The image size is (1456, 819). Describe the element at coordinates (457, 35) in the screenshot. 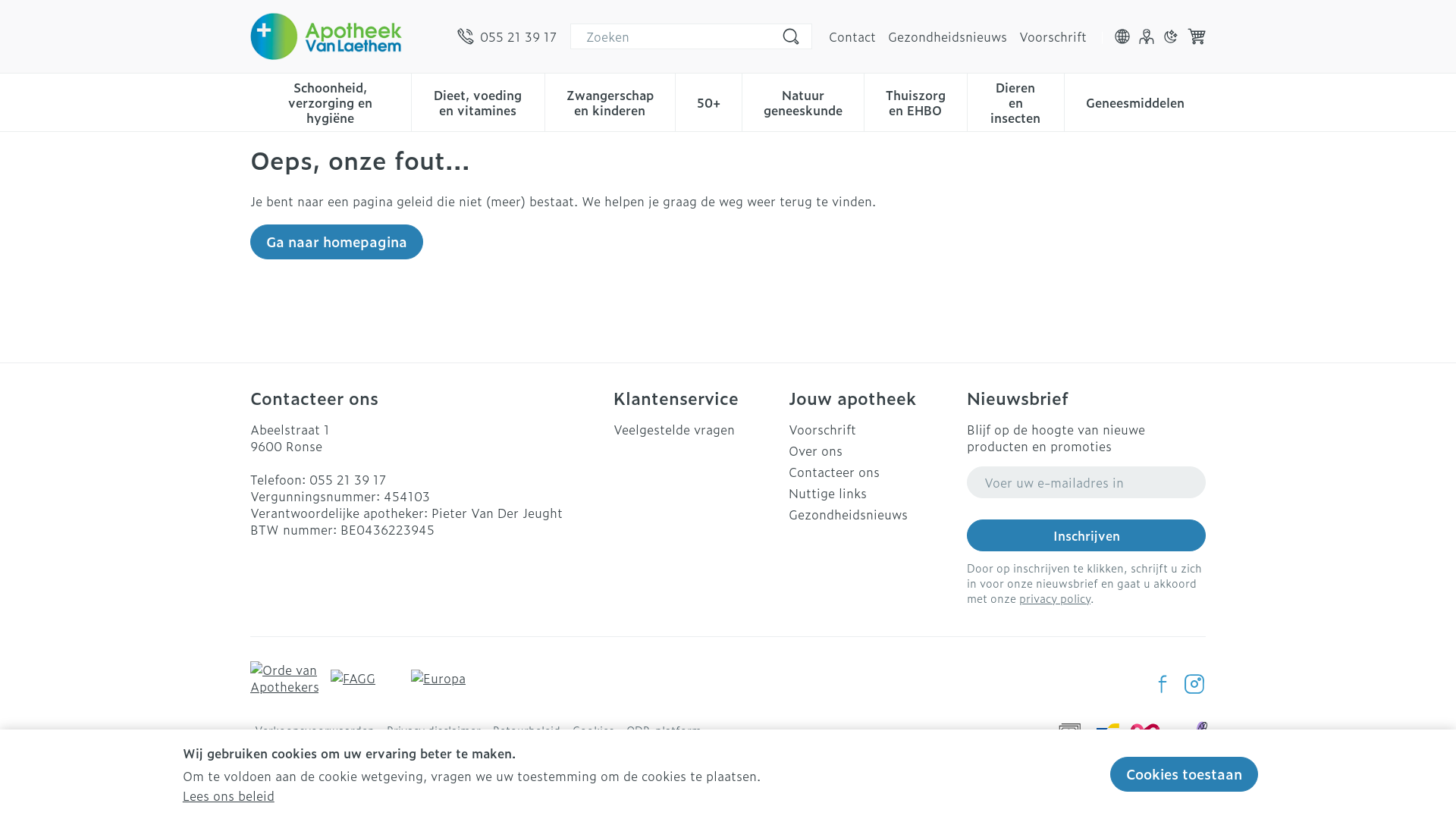

I see `'055 21 39 17'` at that location.